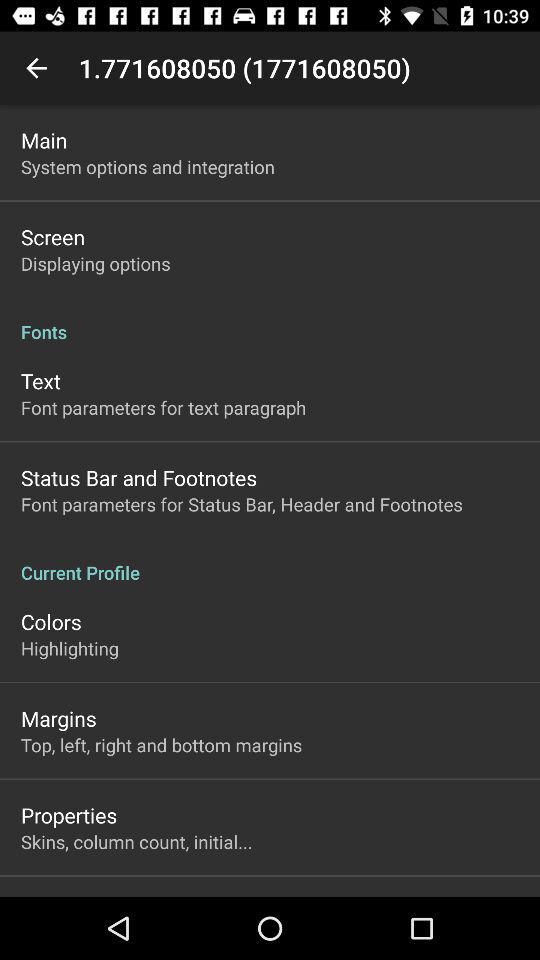  I want to click on the icon to the left of the 1.771608050 (1771608050) icon, so click(36, 68).